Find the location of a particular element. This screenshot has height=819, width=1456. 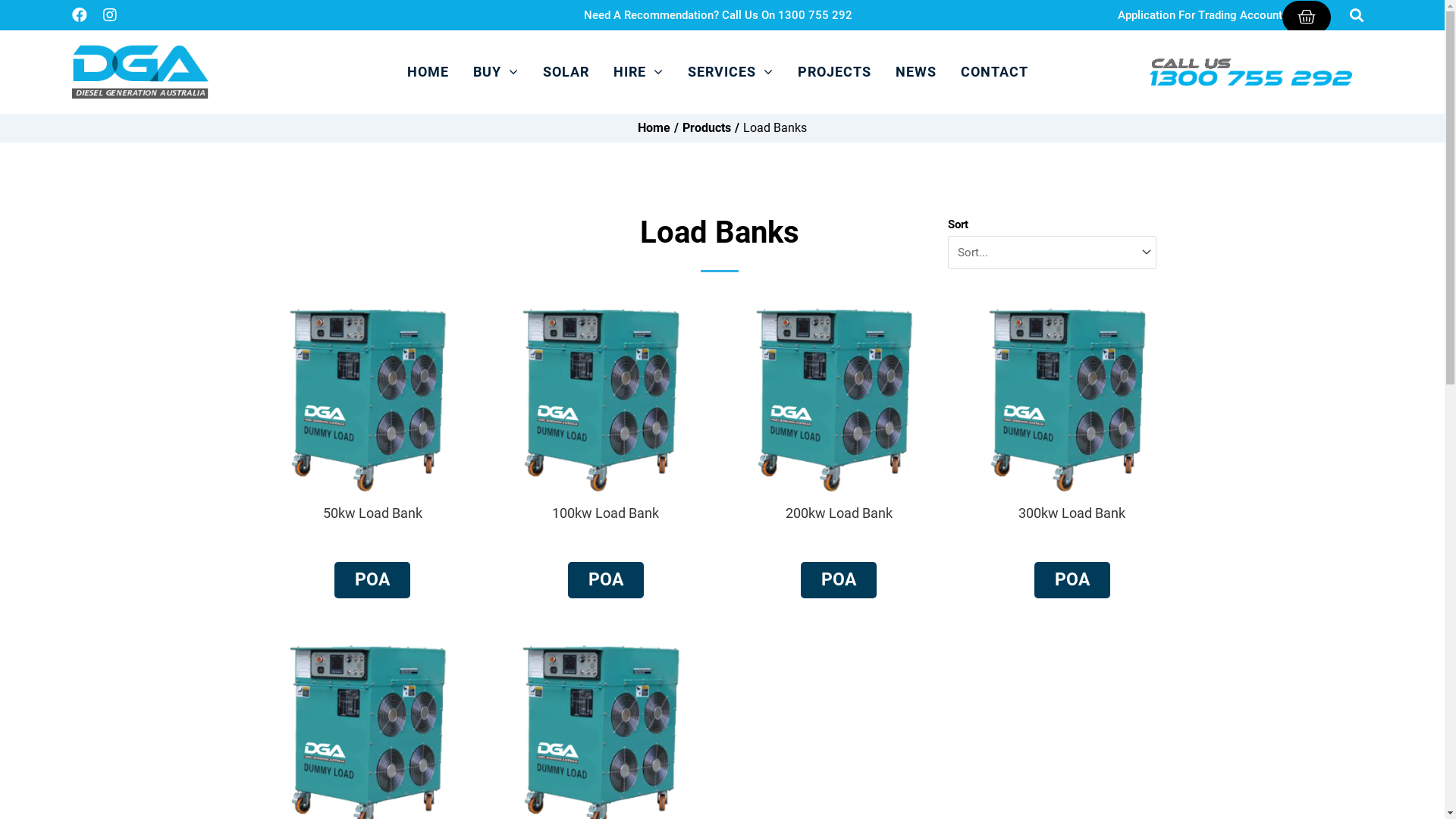

'Home' is located at coordinates (654, 127).